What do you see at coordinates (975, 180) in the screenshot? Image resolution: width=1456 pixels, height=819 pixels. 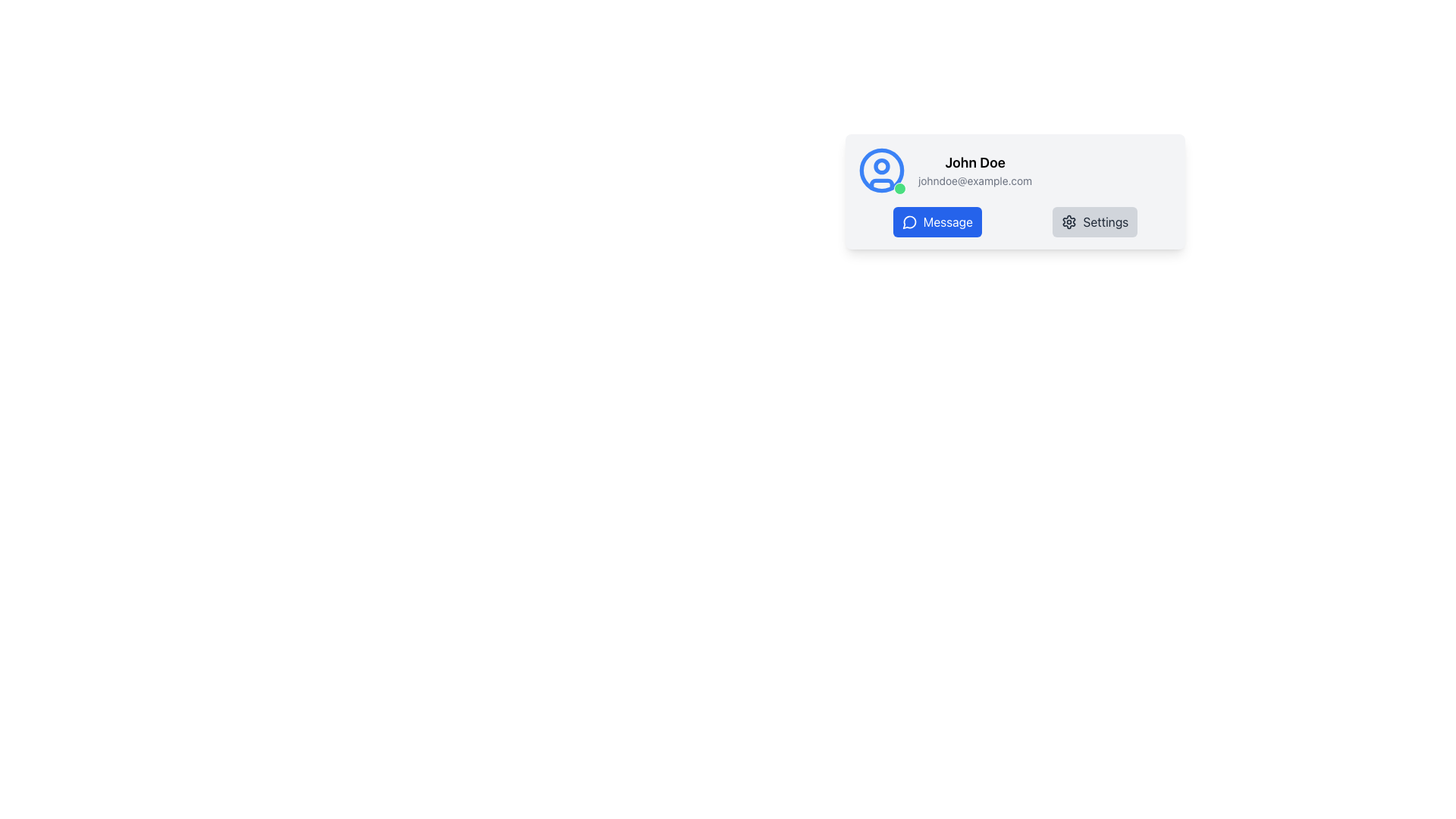 I see `the Text label displaying the user's email address, which is positioned below 'John Doe' and centered within the card` at bounding box center [975, 180].